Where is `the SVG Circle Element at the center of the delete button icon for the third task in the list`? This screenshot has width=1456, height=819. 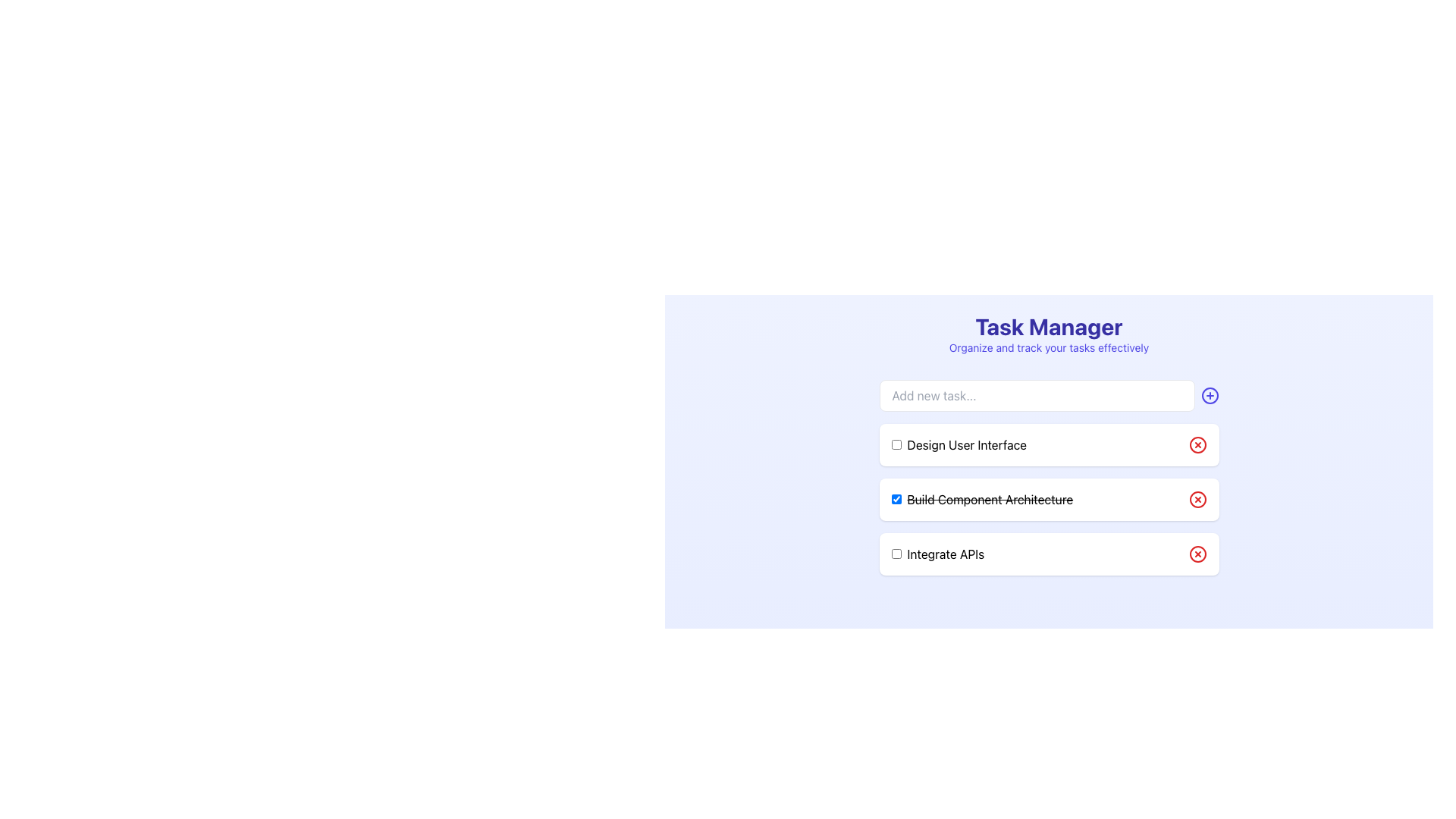 the SVG Circle Element at the center of the delete button icon for the third task in the list is located at coordinates (1197, 554).